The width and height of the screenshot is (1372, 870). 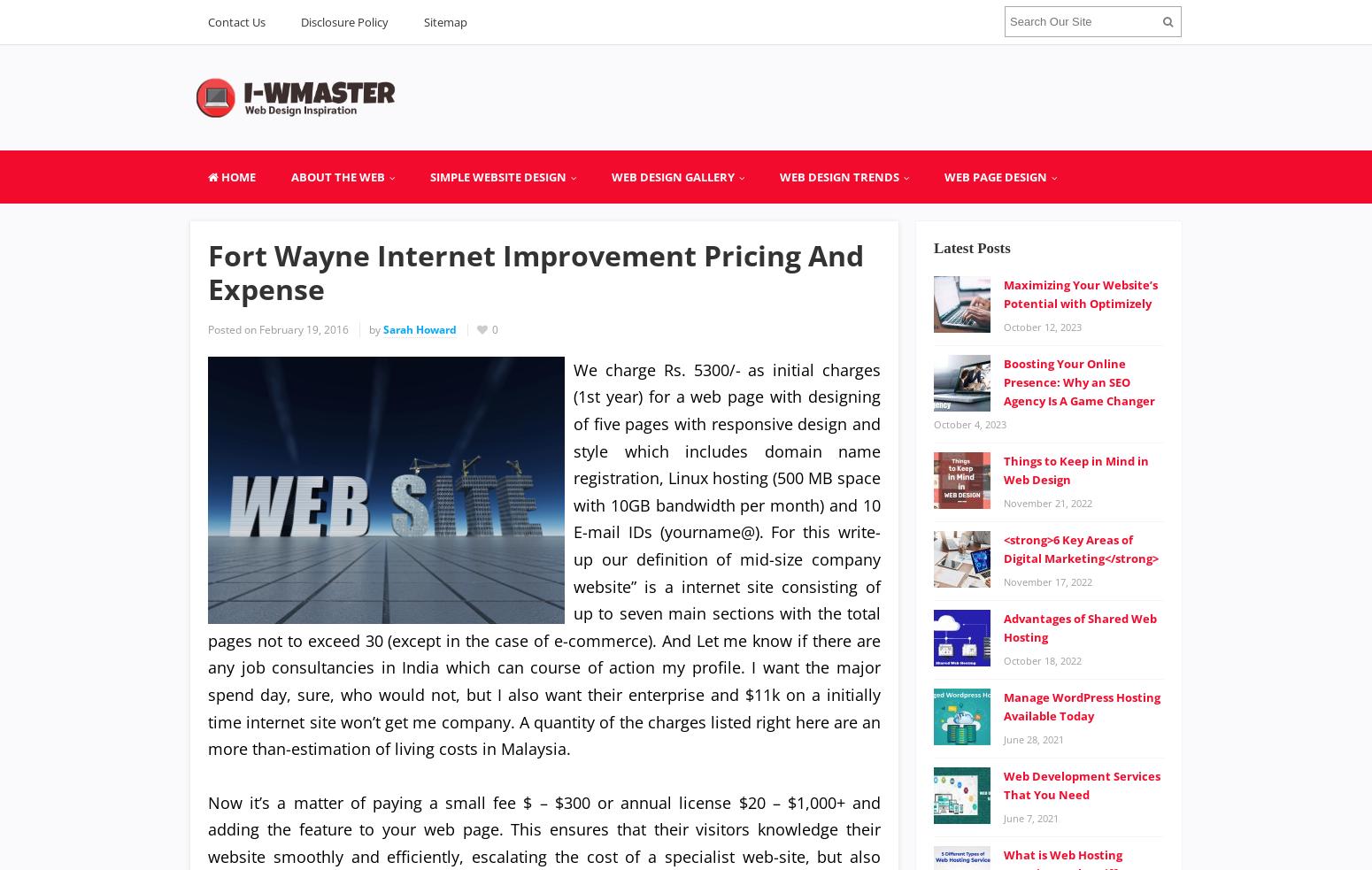 What do you see at coordinates (544, 558) in the screenshot?
I see `'We charge Rs. 5300/- as initial charges (1st year) for a web page with designing of five pages with responsive design and style which includes domain name registration, Linux hosting (500 MB space with 10GB bandwidth per month) and 10 E-mail IDs (yourname@).  For this write-up our definition of mid-size company website” is a internet site consisting of up to seven main sections with the total pages not to exceed 30 (except in the case of e-commerce). And Let me know if there are any job consultancies in India which can course of action my profile. I want the major spend day, sure, who would not, but I also want their enterprise and $11k on a initially time internet site won’t get me company. A quantity of the charges listed right here are an more than-estimation of living costs in Malaysia.'` at bounding box center [544, 558].